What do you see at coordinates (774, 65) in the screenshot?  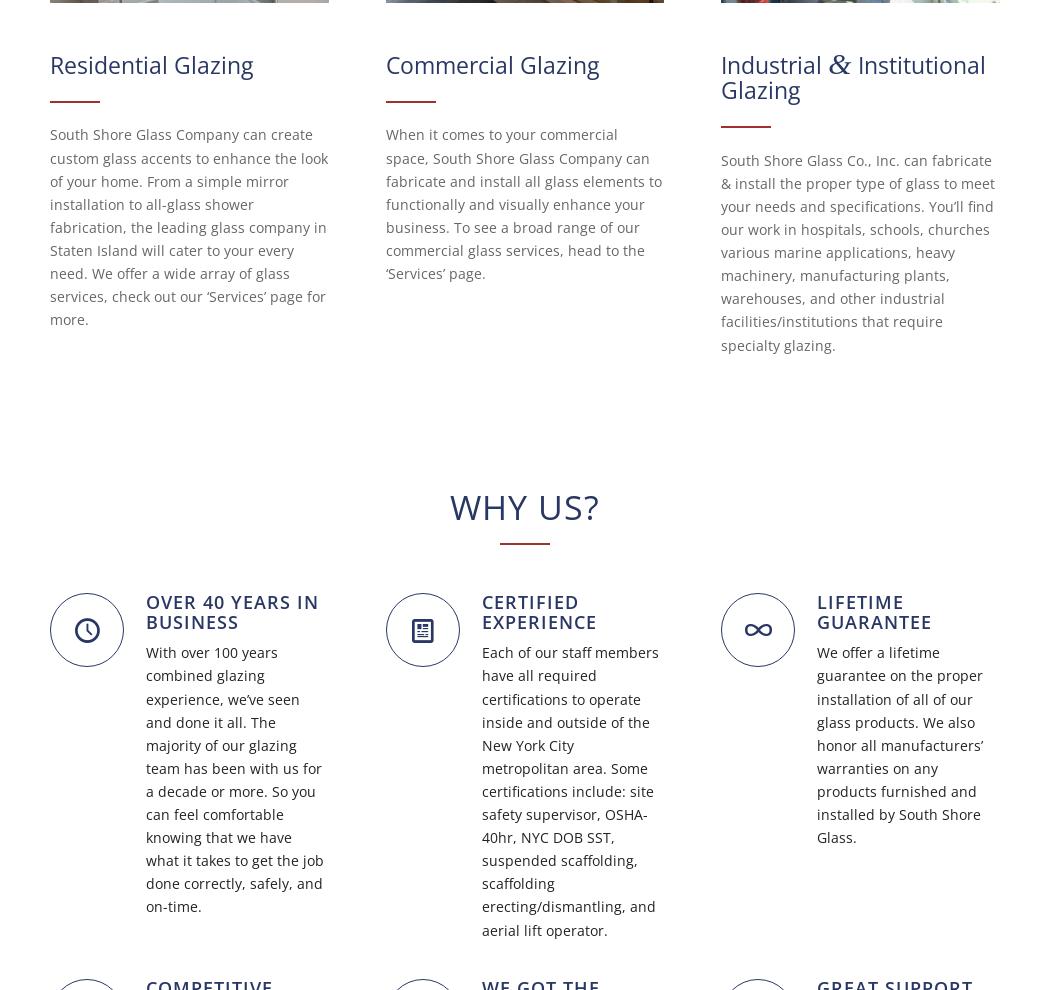 I see `'Industrial'` at bounding box center [774, 65].